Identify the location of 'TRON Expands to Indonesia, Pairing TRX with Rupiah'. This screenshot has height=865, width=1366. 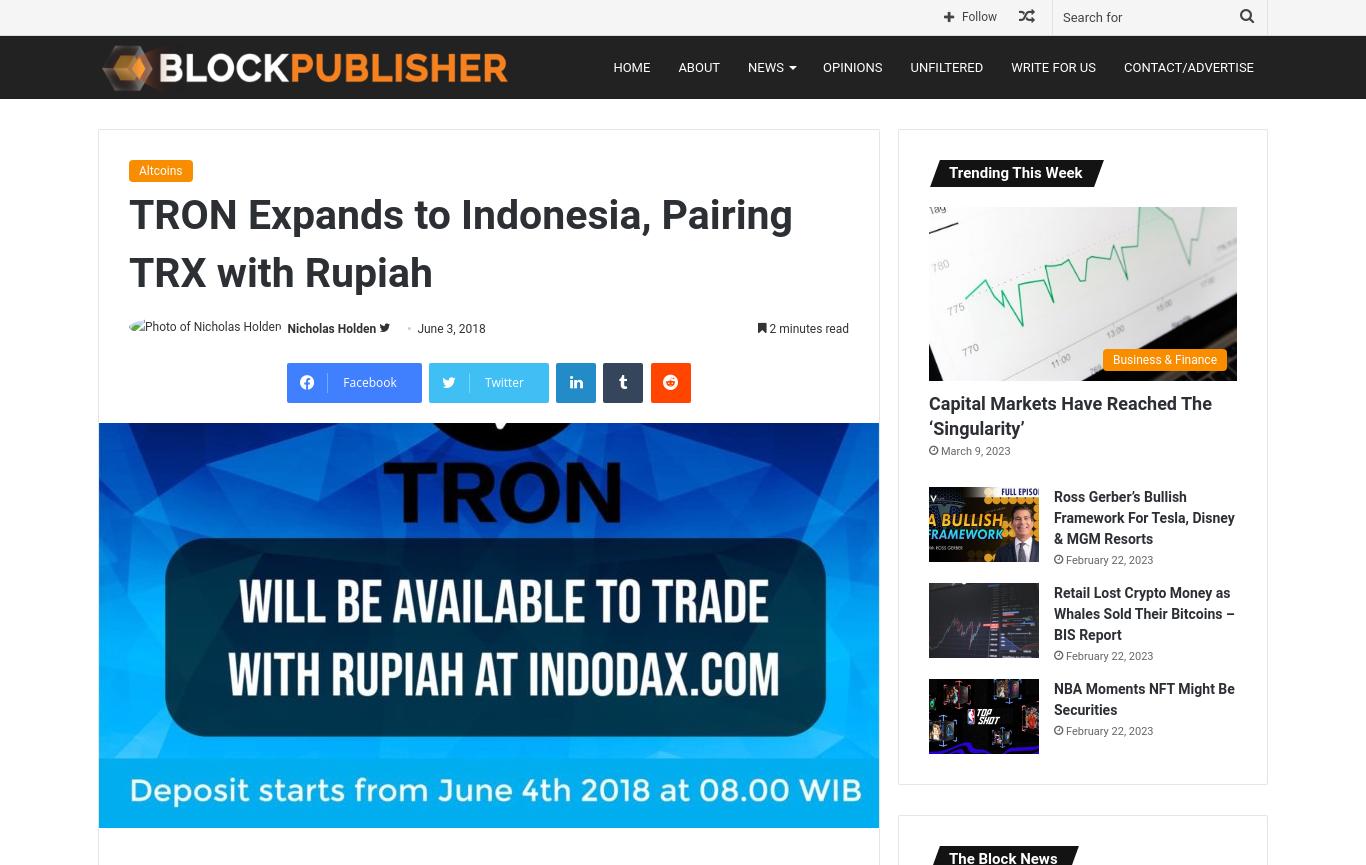
(127, 242).